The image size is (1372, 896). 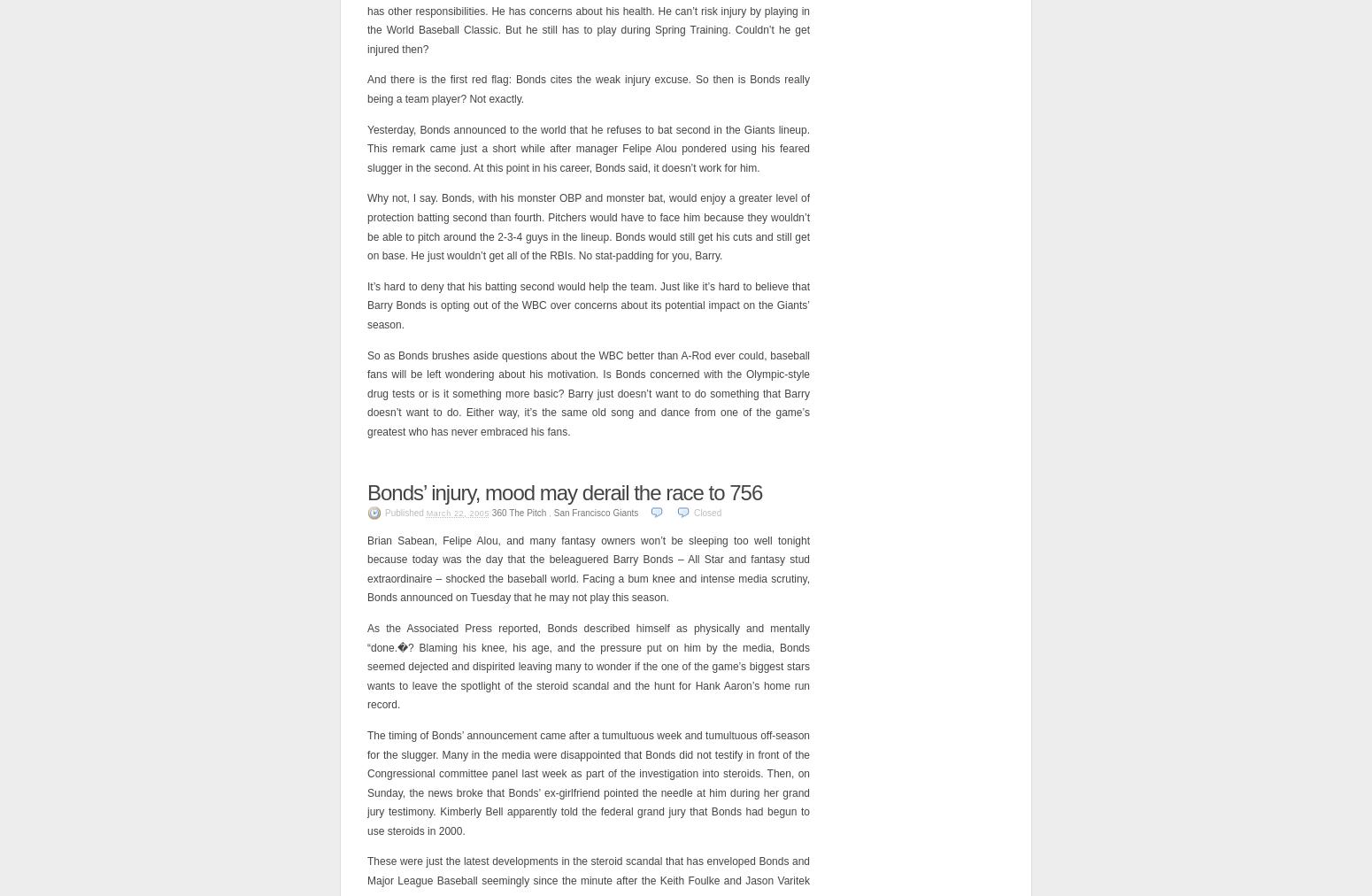 What do you see at coordinates (587, 666) in the screenshot?
I see `'As the Associated Press reported, Bonds described himself as physically and mentally “done.�? Blaming his knee, his age, and the pressure put on him by the media, Bonds seemed dejected and dispirited leaving many to wonder if the one of the game’s biggest stars wants to leave the spotlight of the steroid scandal and the hunt for Hank Aaron’s home run record.'` at bounding box center [587, 666].